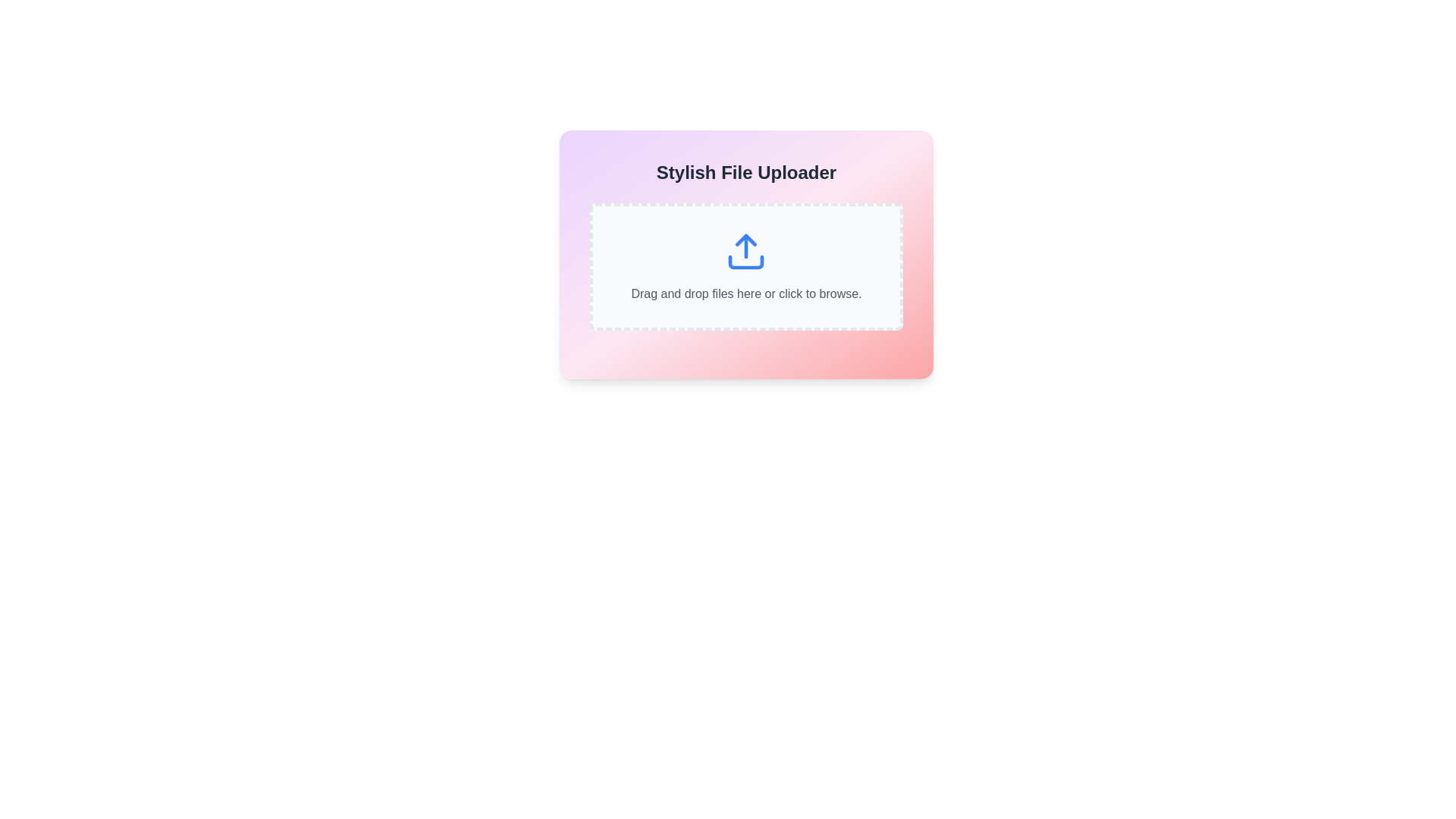  Describe the element at coordinates (746, 262) in the screenshot. I see `the graphical representation of the decorative vector graphic that forms part of the upload symbol within the upload area, positioned at the center coordinates` at that location.